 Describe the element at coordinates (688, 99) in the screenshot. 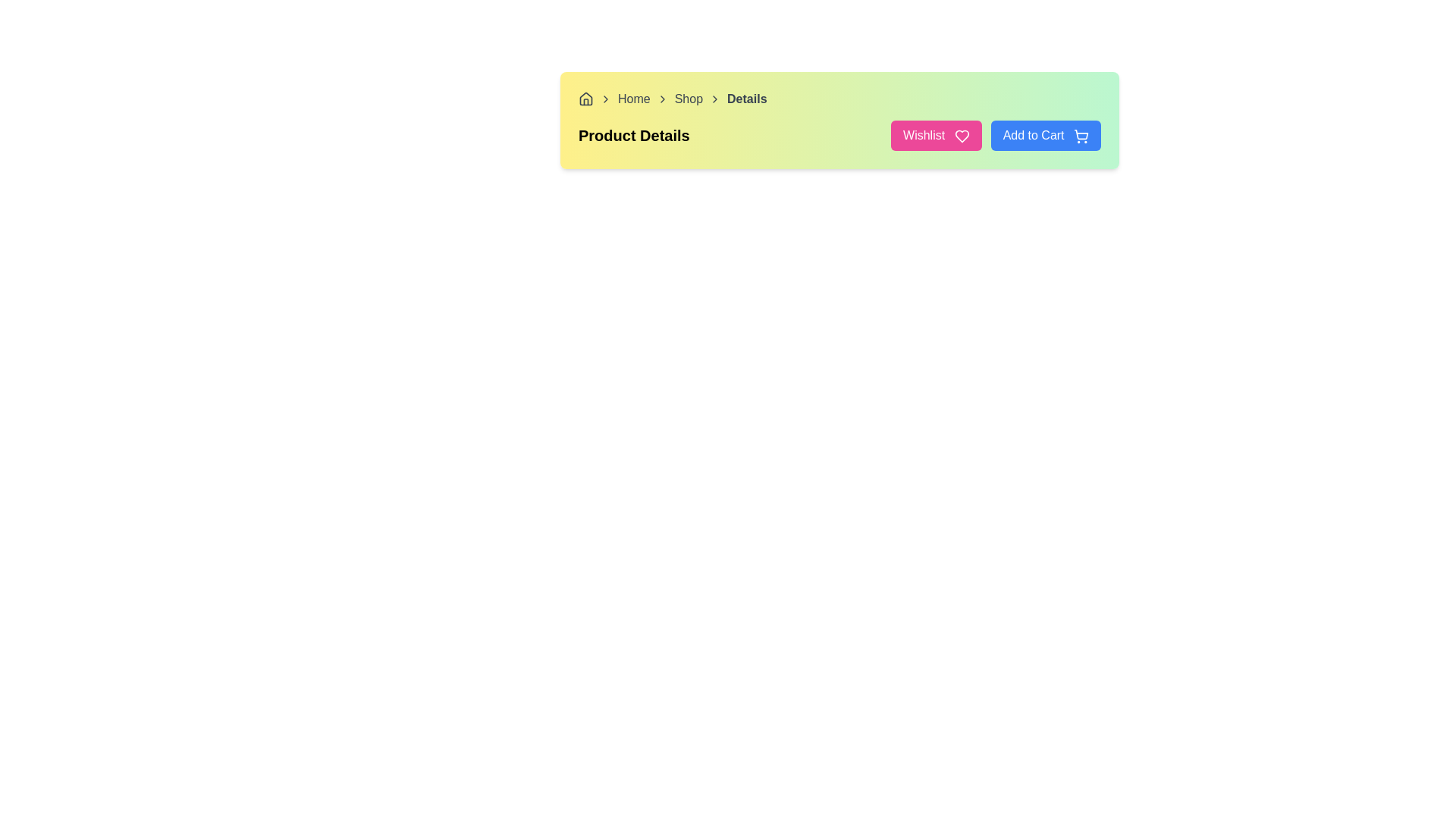

I see `the 'Shop' hyperlink in the breadcrumb navigation bar` at that location.